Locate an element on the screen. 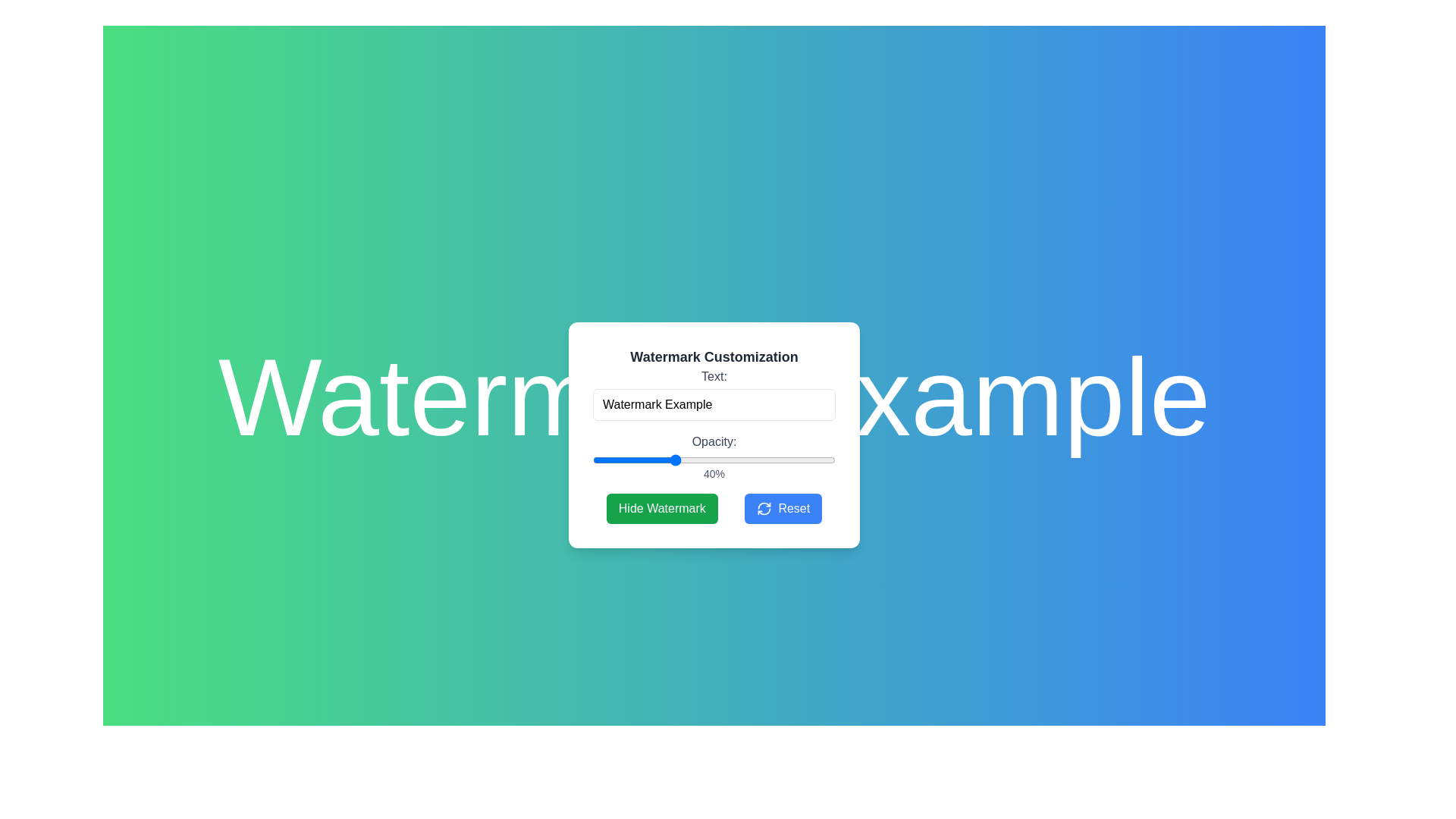 This screenshot has height=819, width=1456. opacity is located at coordinates (603, 459).